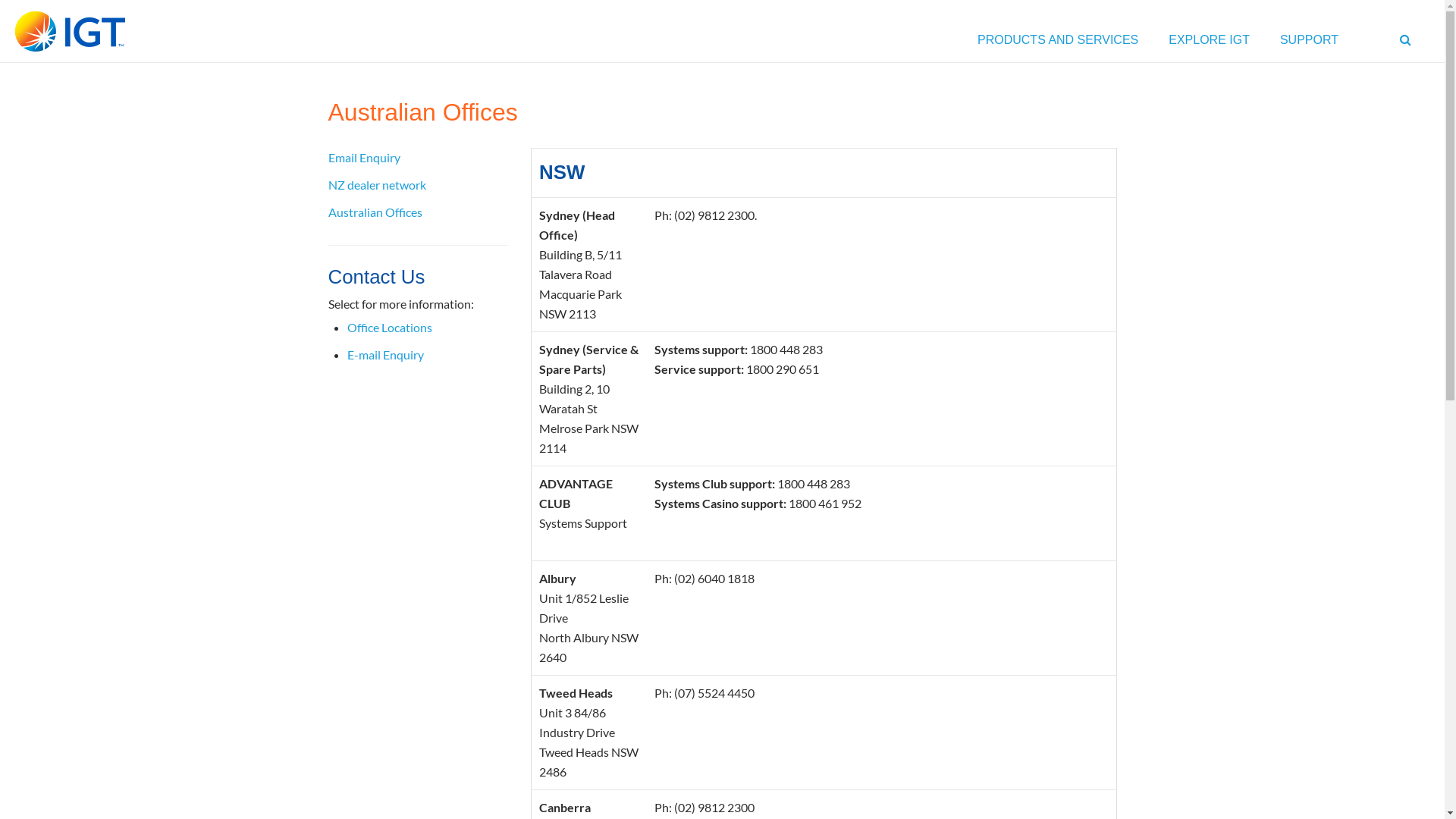  Describe the element at coordinates (1208, 42) in the screenshot. I see `'EXPLORE IGT'` at that location.